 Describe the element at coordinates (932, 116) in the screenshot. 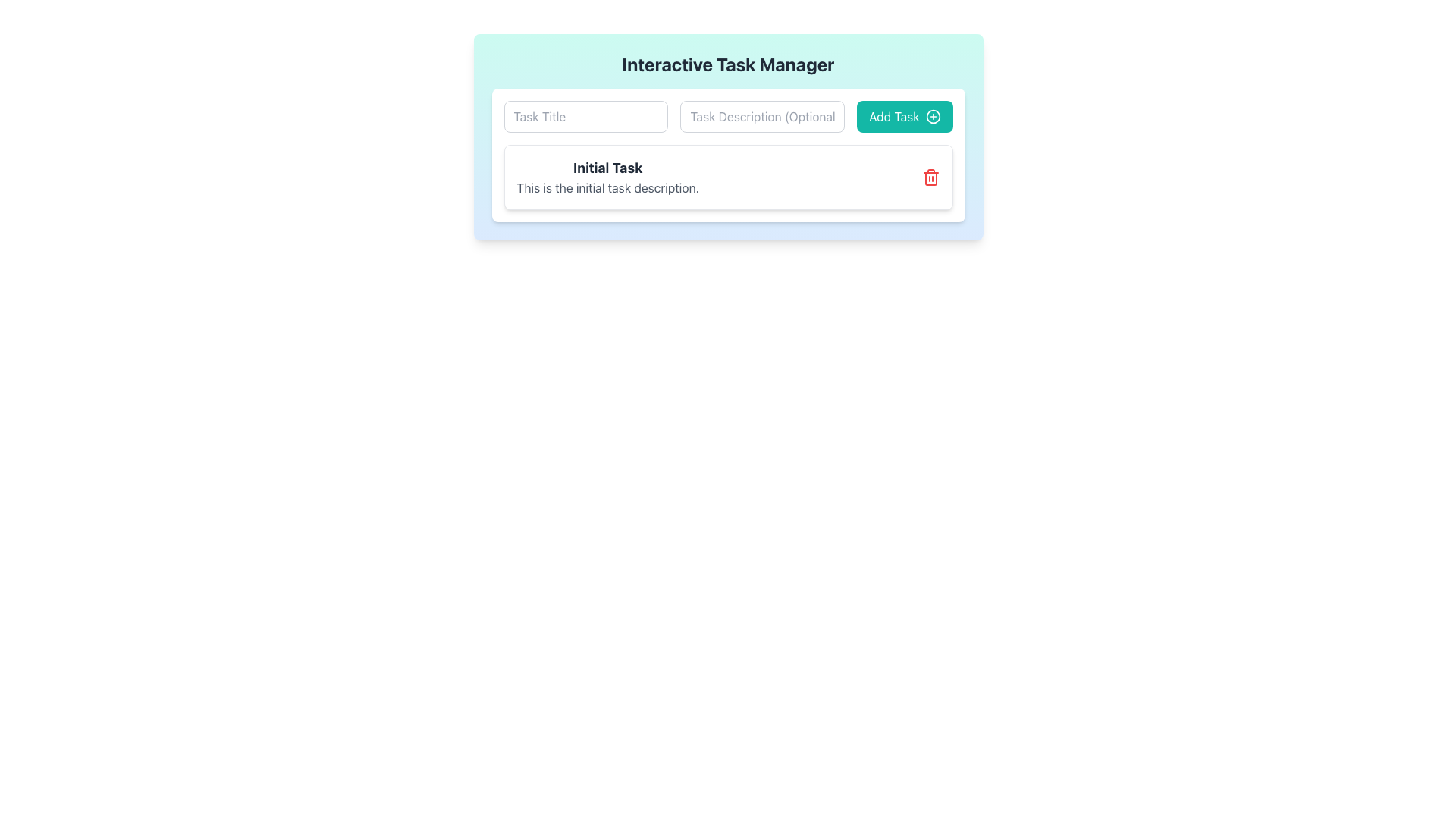

I see `'add' icon located inside the green 'Add Task' button, which appears to the right of the label 'Add Task'` at that location.